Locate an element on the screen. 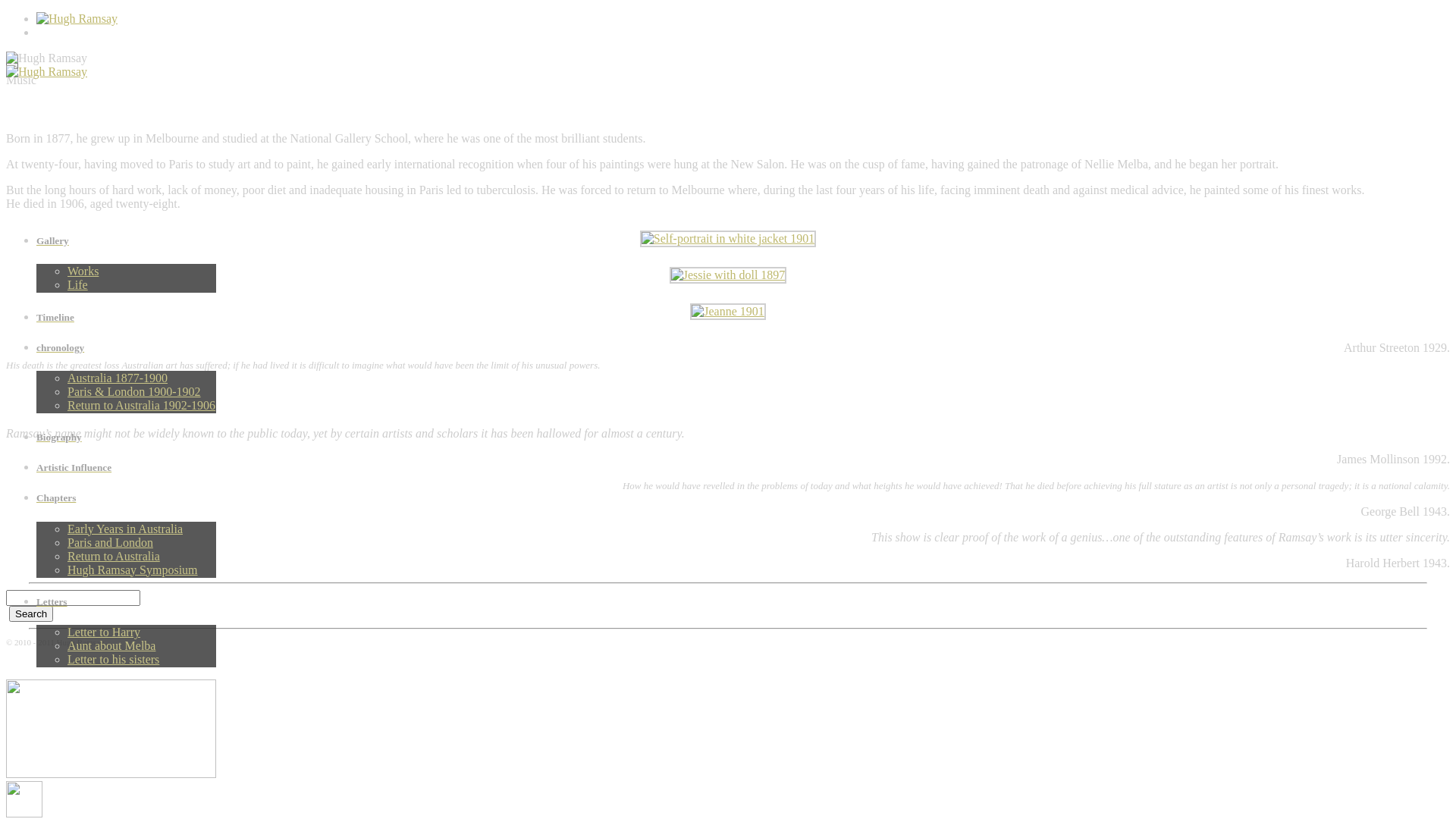 Image resolution: width=1456 pixels, height=819 pixels. 'Early Years in Australia' is located at coordinates (124, 528).